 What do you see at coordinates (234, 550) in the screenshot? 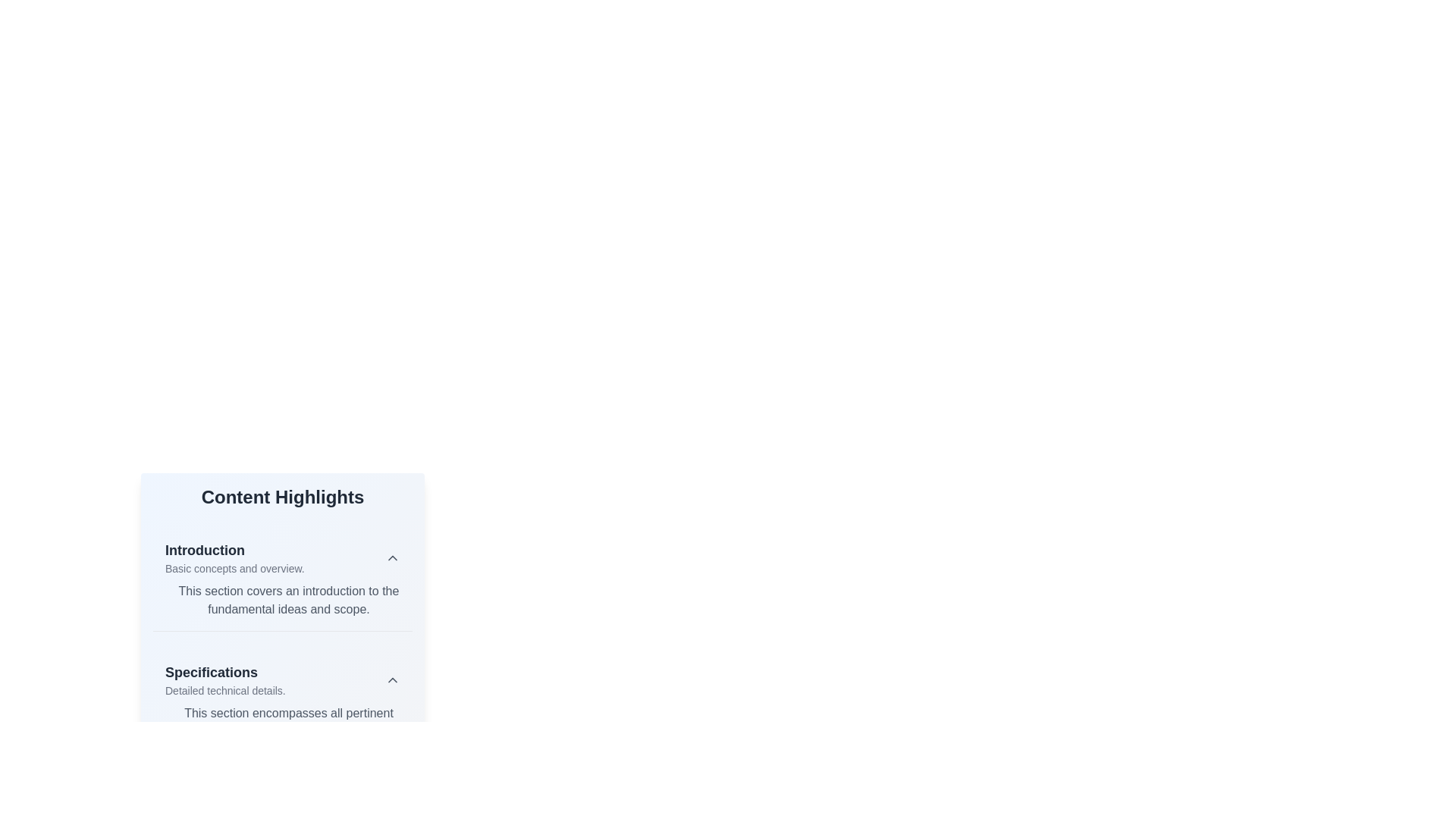
I see `the prominent title labeled 'Introduction' which is styled with a larger font size and bold text in dark gray color, located at the top of the 'Content Highlights' section` at bounding box center [234, 550].